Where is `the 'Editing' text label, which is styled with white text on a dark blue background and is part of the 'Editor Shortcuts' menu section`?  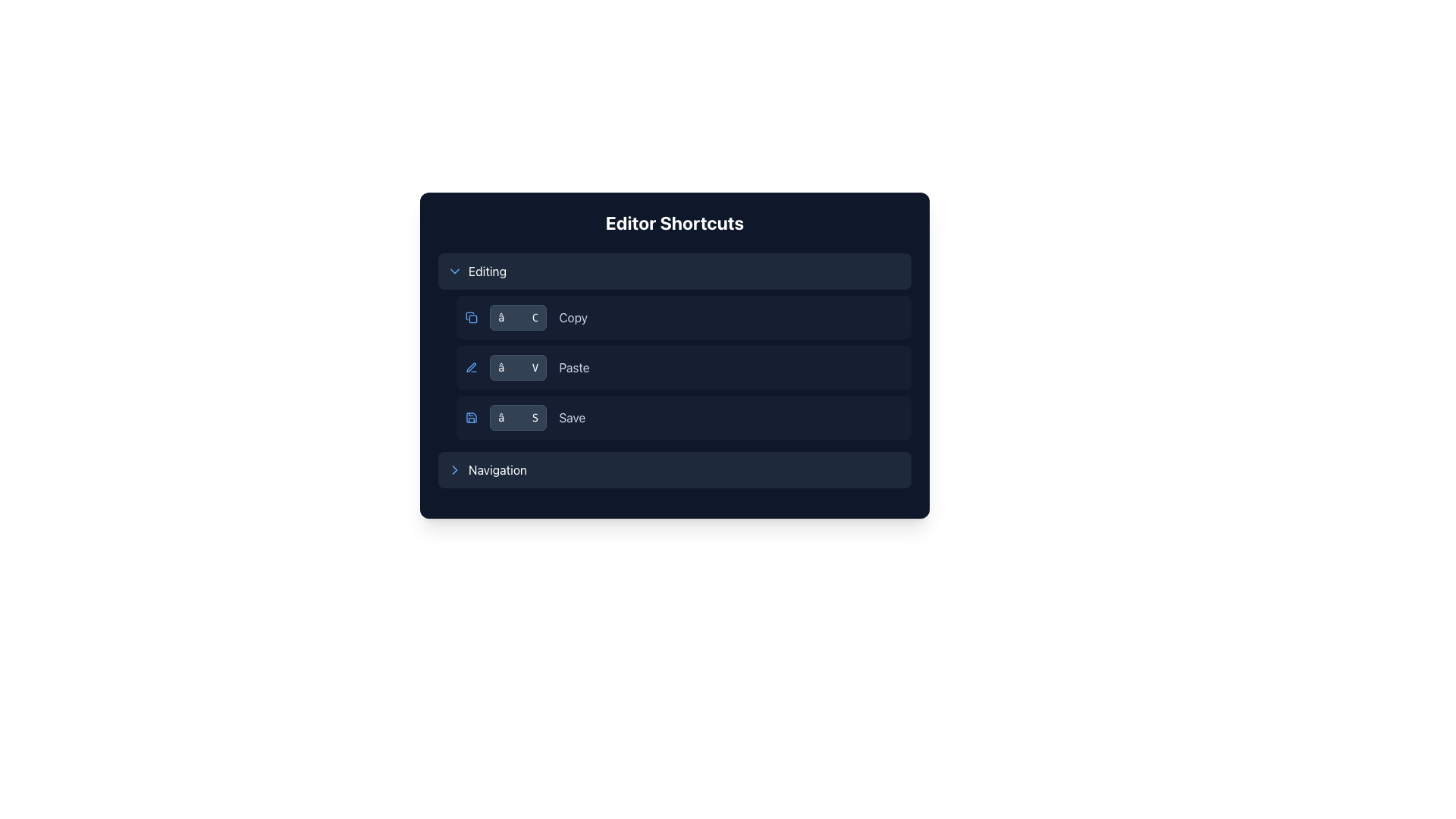 the 'Editing' text label, which is styled with white text on a dark blue background and is part of the 'Editor Shortcuts' menu section is located at coordinates (488, 271).